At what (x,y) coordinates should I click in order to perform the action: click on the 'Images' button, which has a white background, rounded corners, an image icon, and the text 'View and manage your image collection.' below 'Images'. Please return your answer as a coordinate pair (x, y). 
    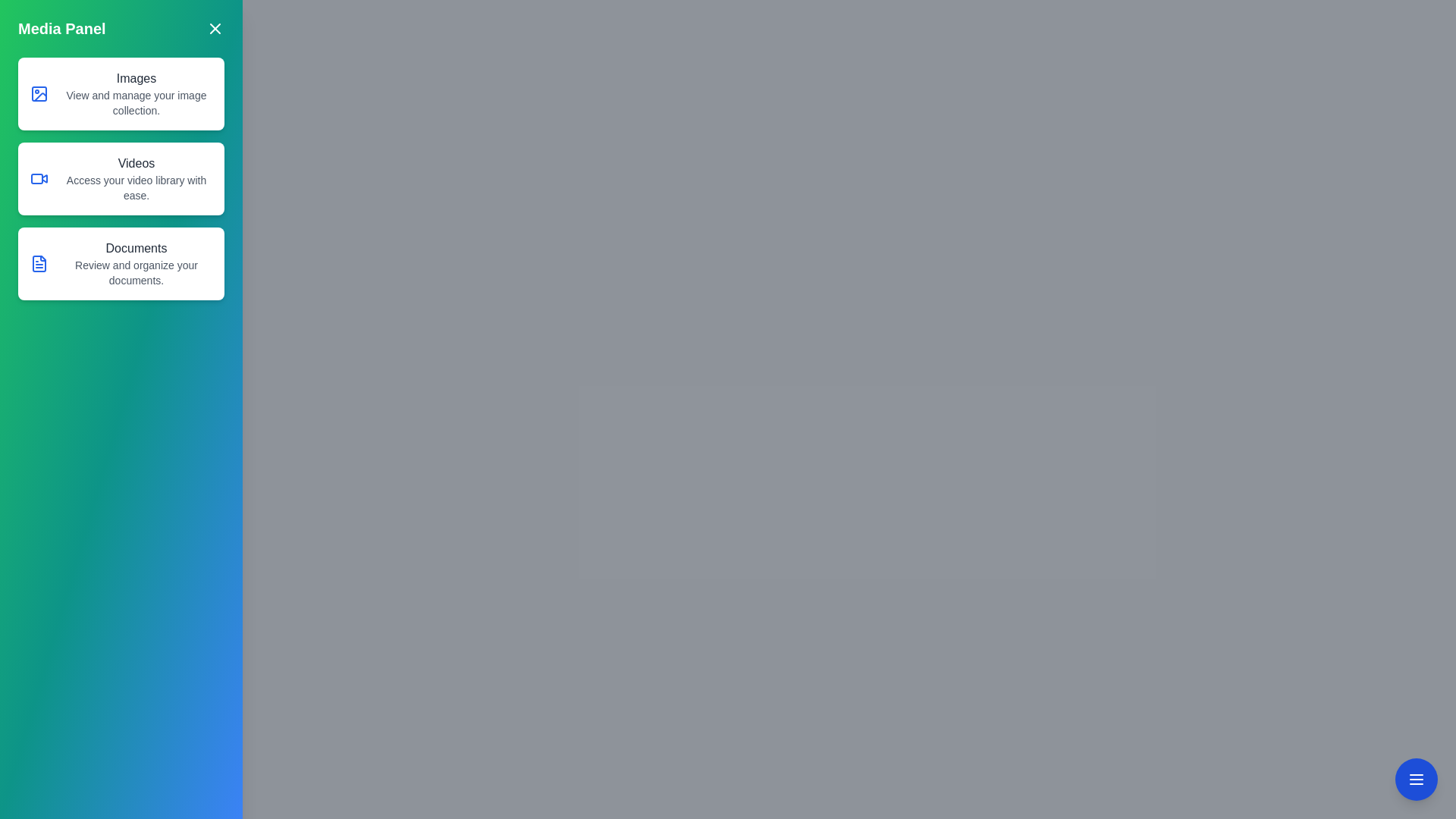
    Looking at the image, I should click on (120, 93).